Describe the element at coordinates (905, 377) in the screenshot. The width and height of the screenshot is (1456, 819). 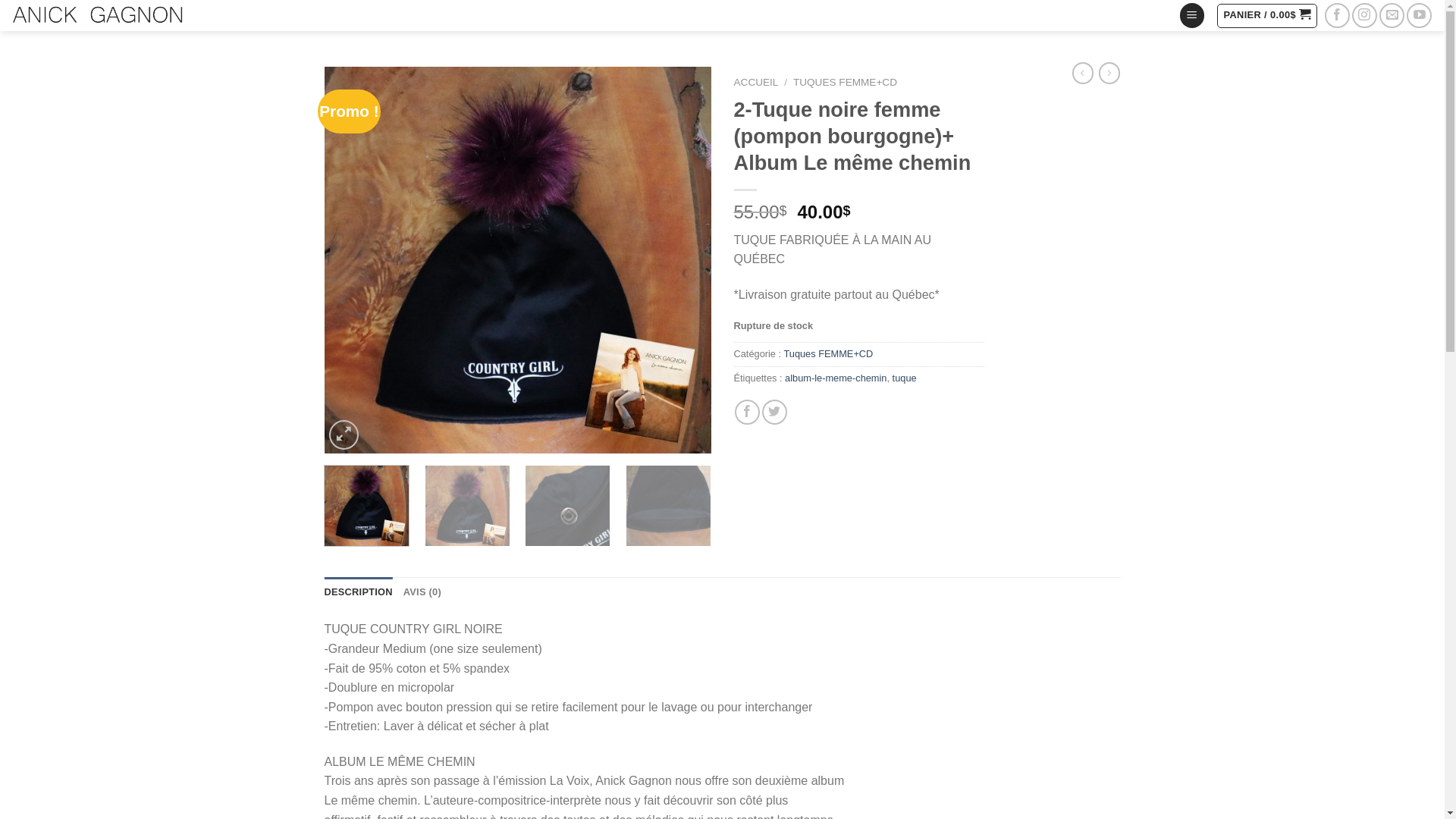
I see `'tuque'` at that location.